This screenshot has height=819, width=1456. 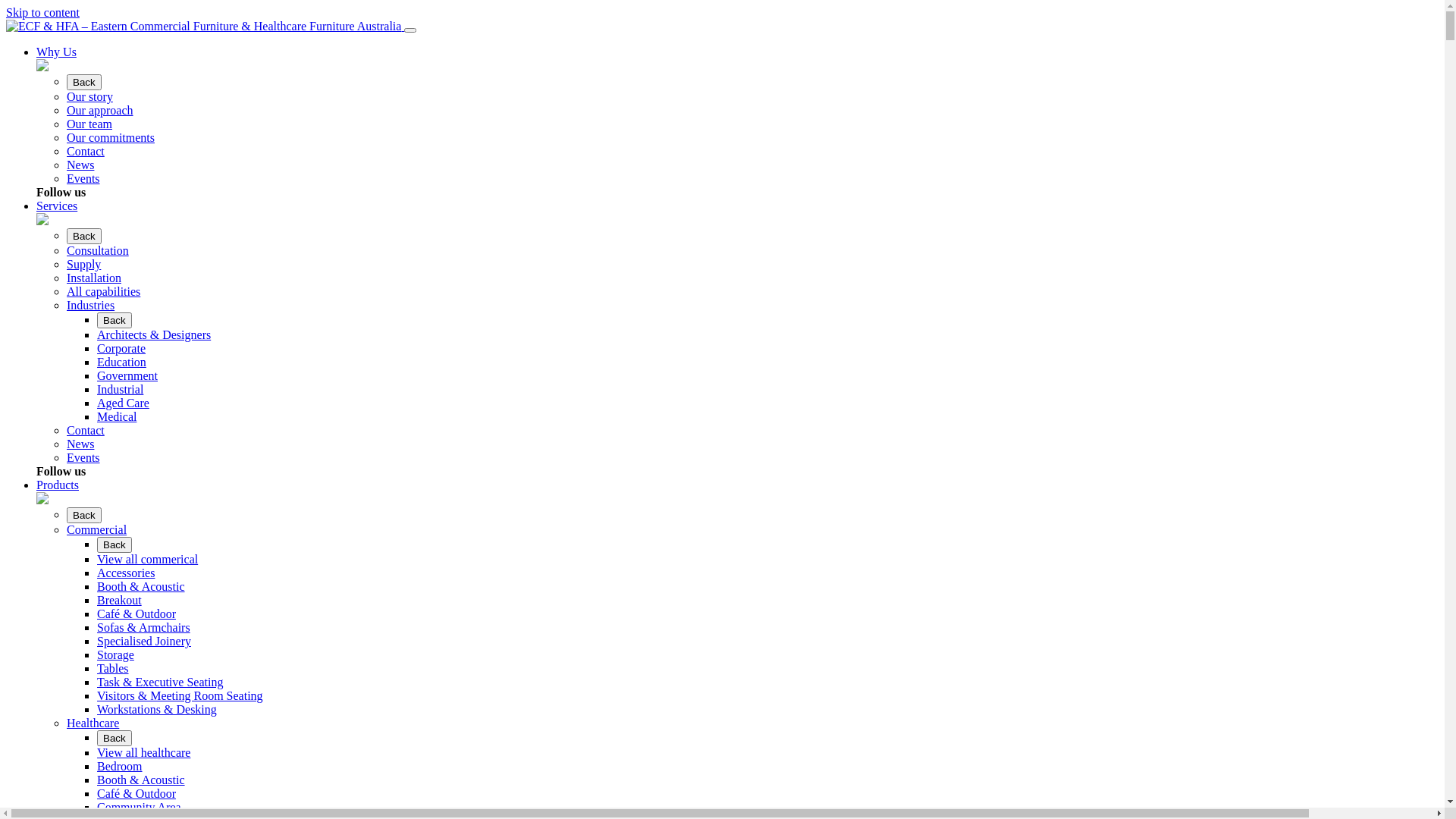 I want to click on 'Specialised Joinery', so click(x=144, y=641).